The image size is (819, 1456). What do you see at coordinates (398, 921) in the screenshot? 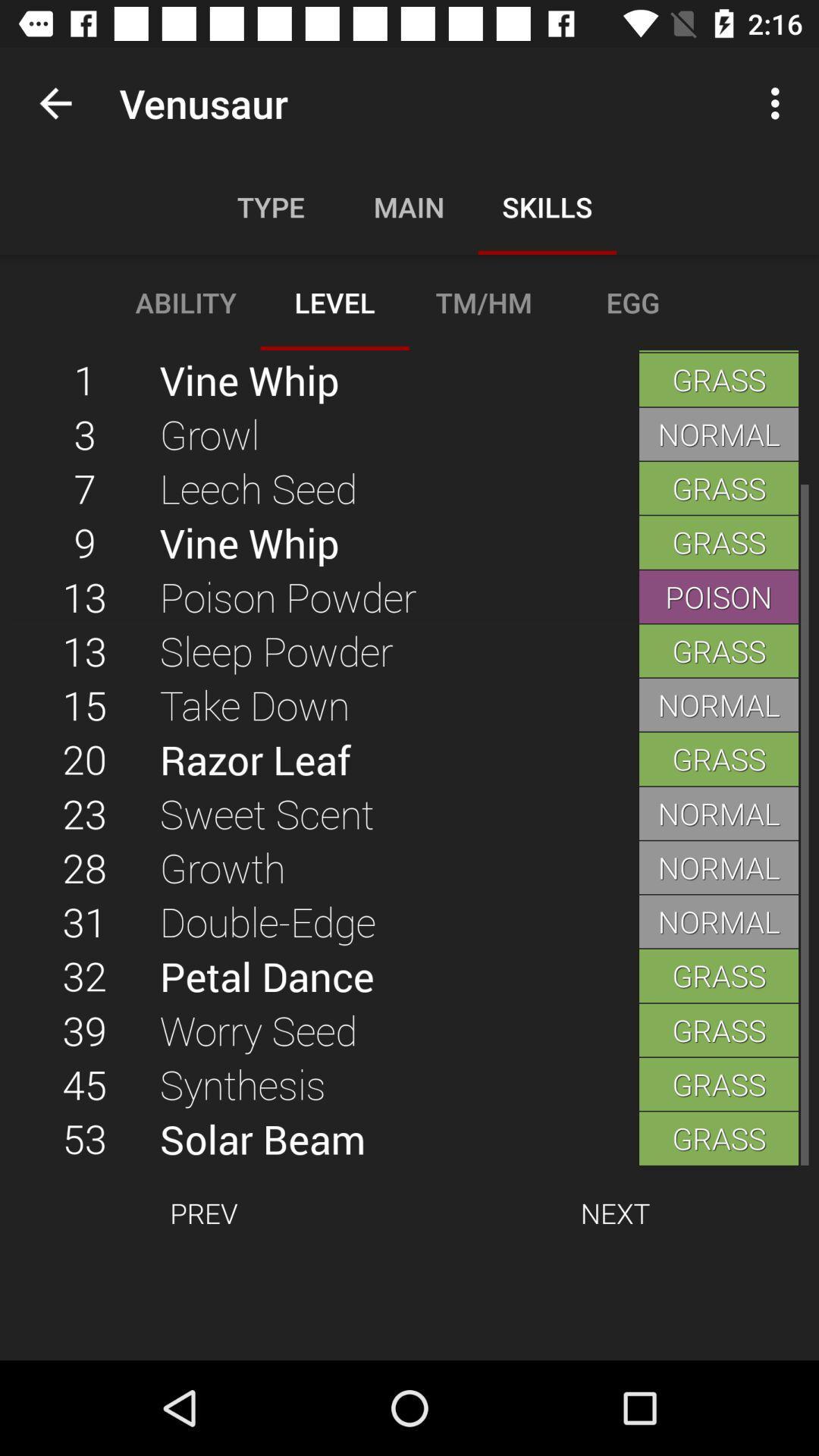
I see `the double-edge item` at bounding box center [398, 921].